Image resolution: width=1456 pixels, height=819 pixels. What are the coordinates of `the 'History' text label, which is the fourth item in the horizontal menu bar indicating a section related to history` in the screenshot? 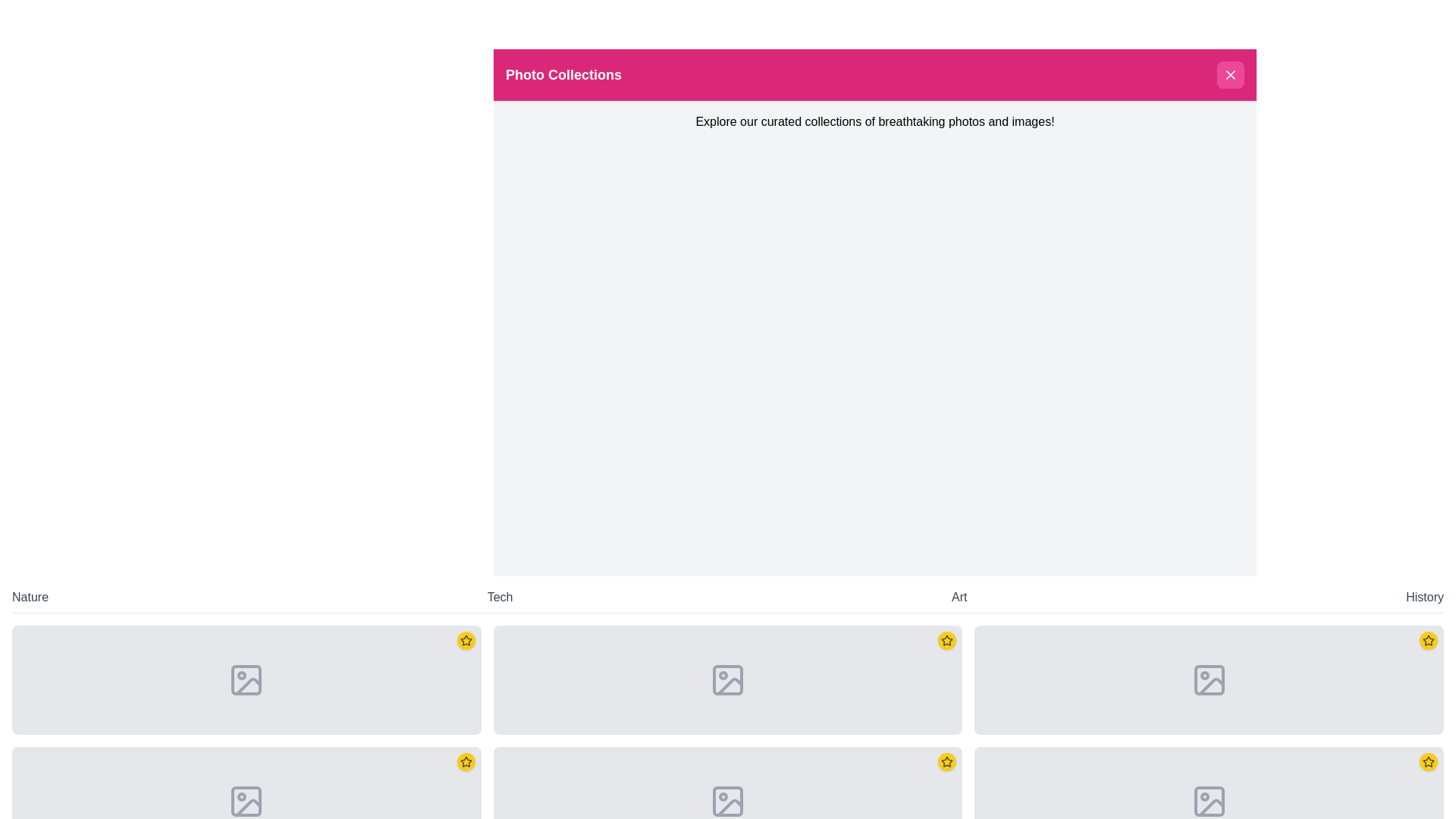 It's located at (1424, 596).